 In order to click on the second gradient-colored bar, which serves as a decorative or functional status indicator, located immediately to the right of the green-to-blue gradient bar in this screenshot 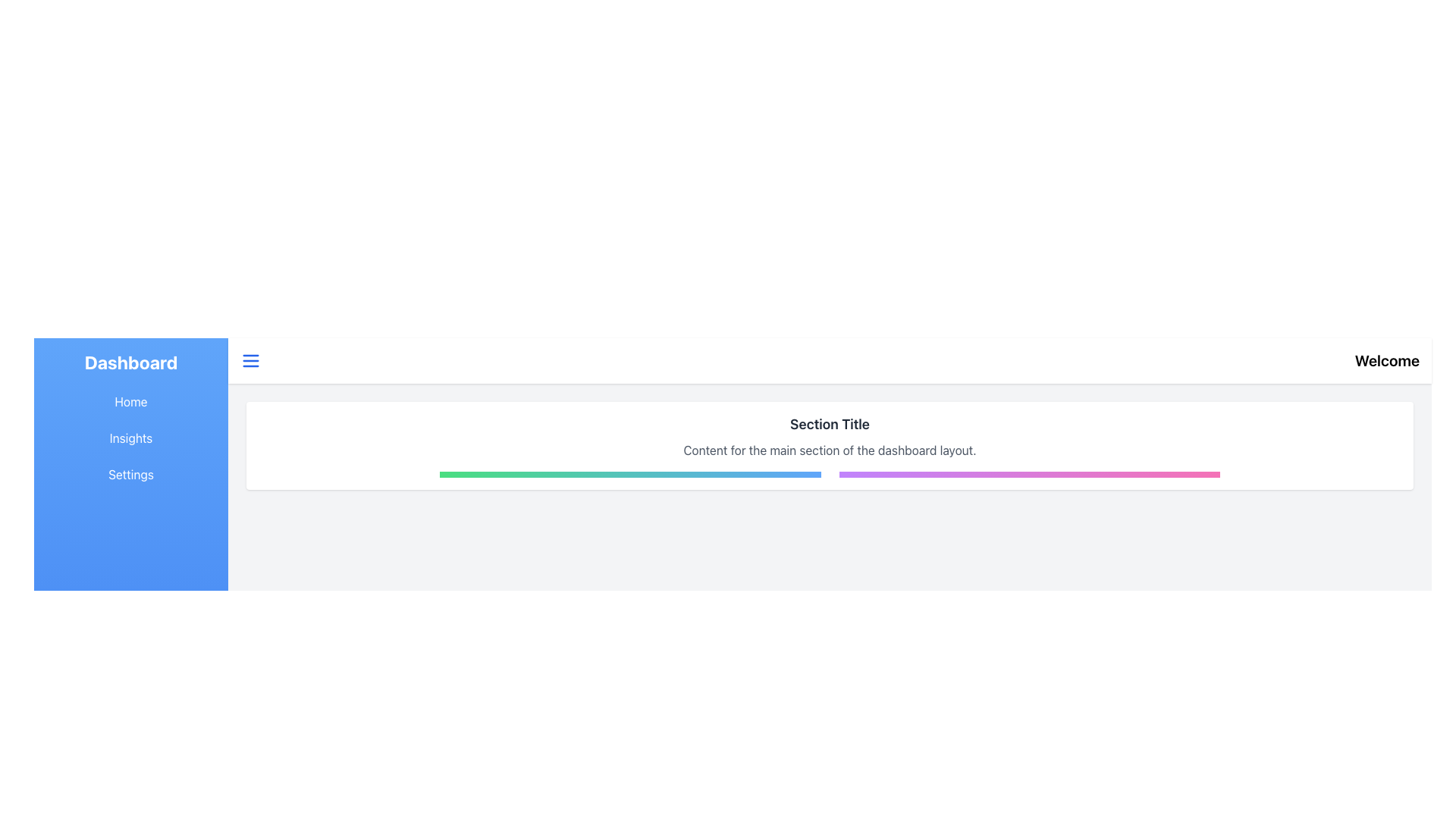, I will do `click(1029, 473)`.